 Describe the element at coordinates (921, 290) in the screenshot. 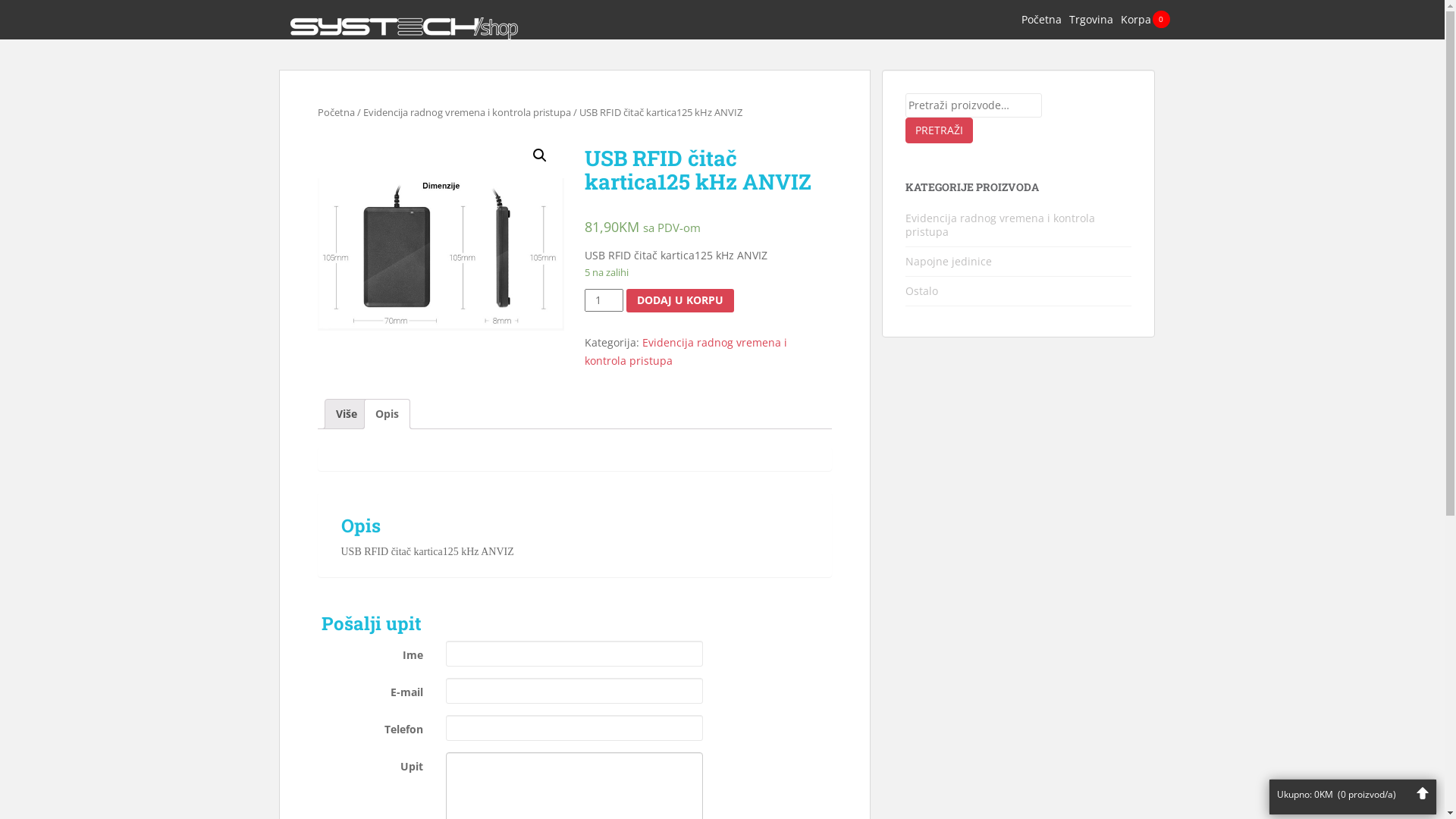

I see `'Ostalo'` at that location.